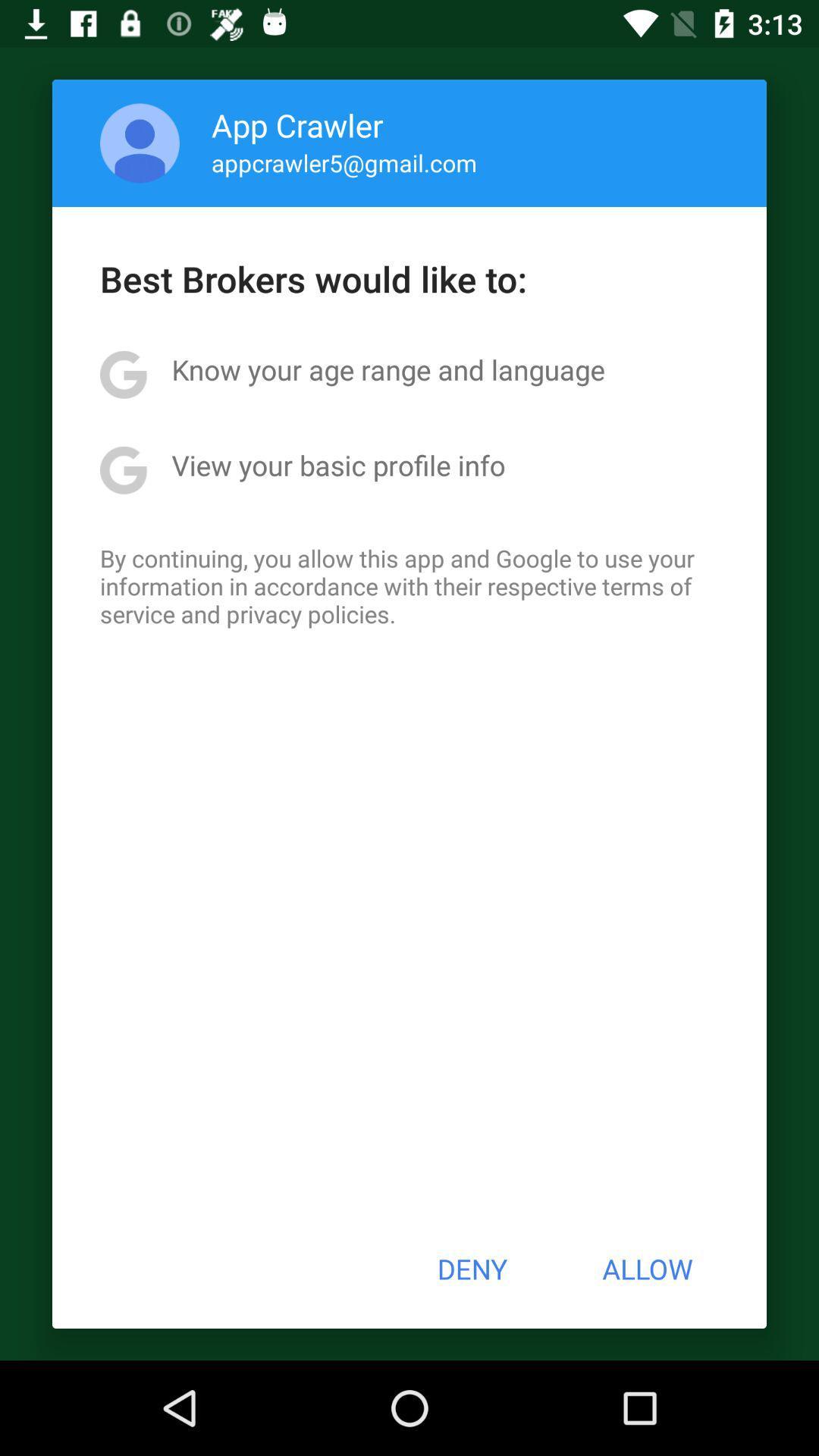 Image resolution: width=819 pixels, height=1456 pixels. I want to click on view your basic item, so click(337, 464).